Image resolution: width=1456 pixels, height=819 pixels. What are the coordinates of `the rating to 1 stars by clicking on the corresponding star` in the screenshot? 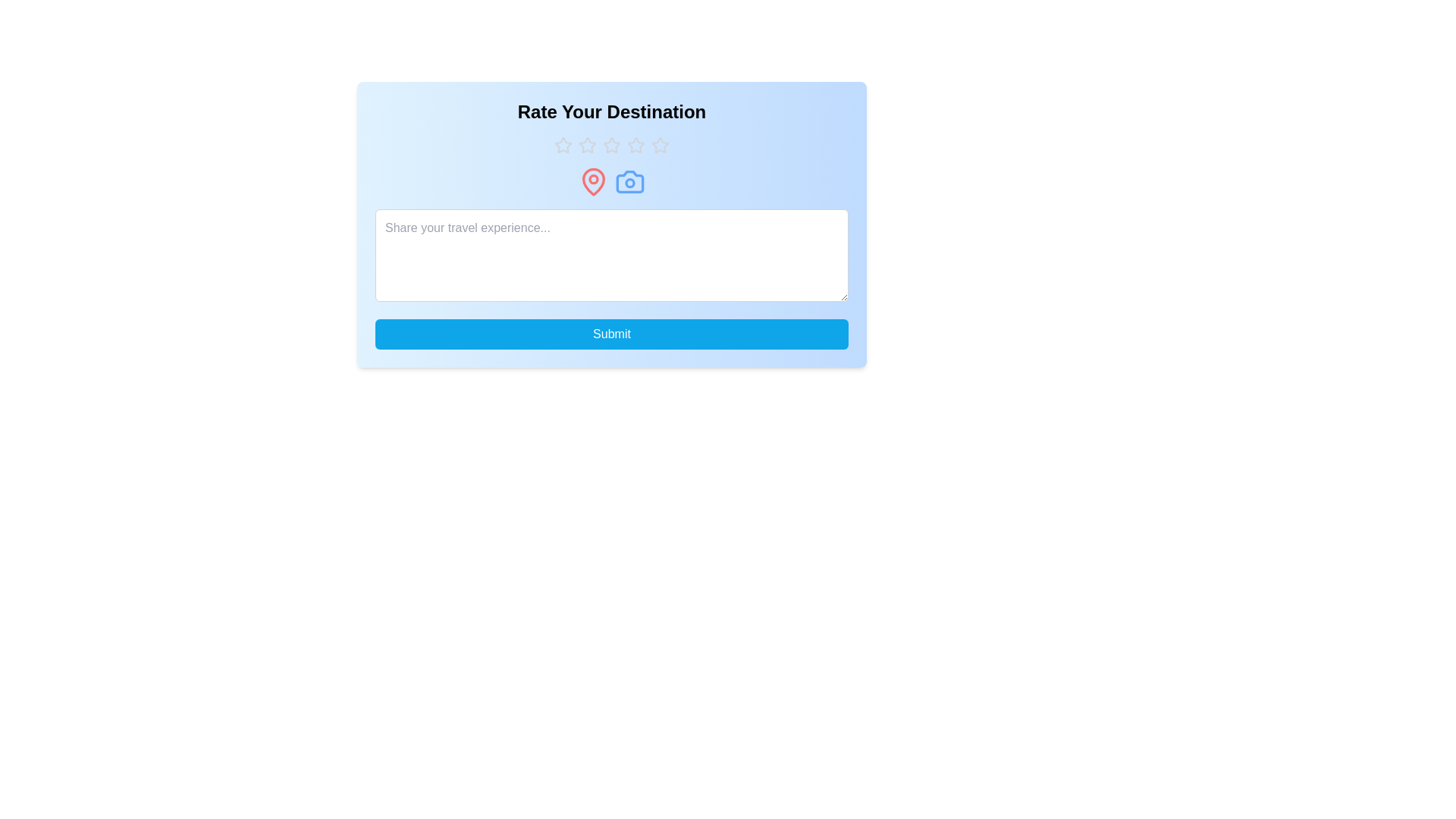 It's located at (563, 146).